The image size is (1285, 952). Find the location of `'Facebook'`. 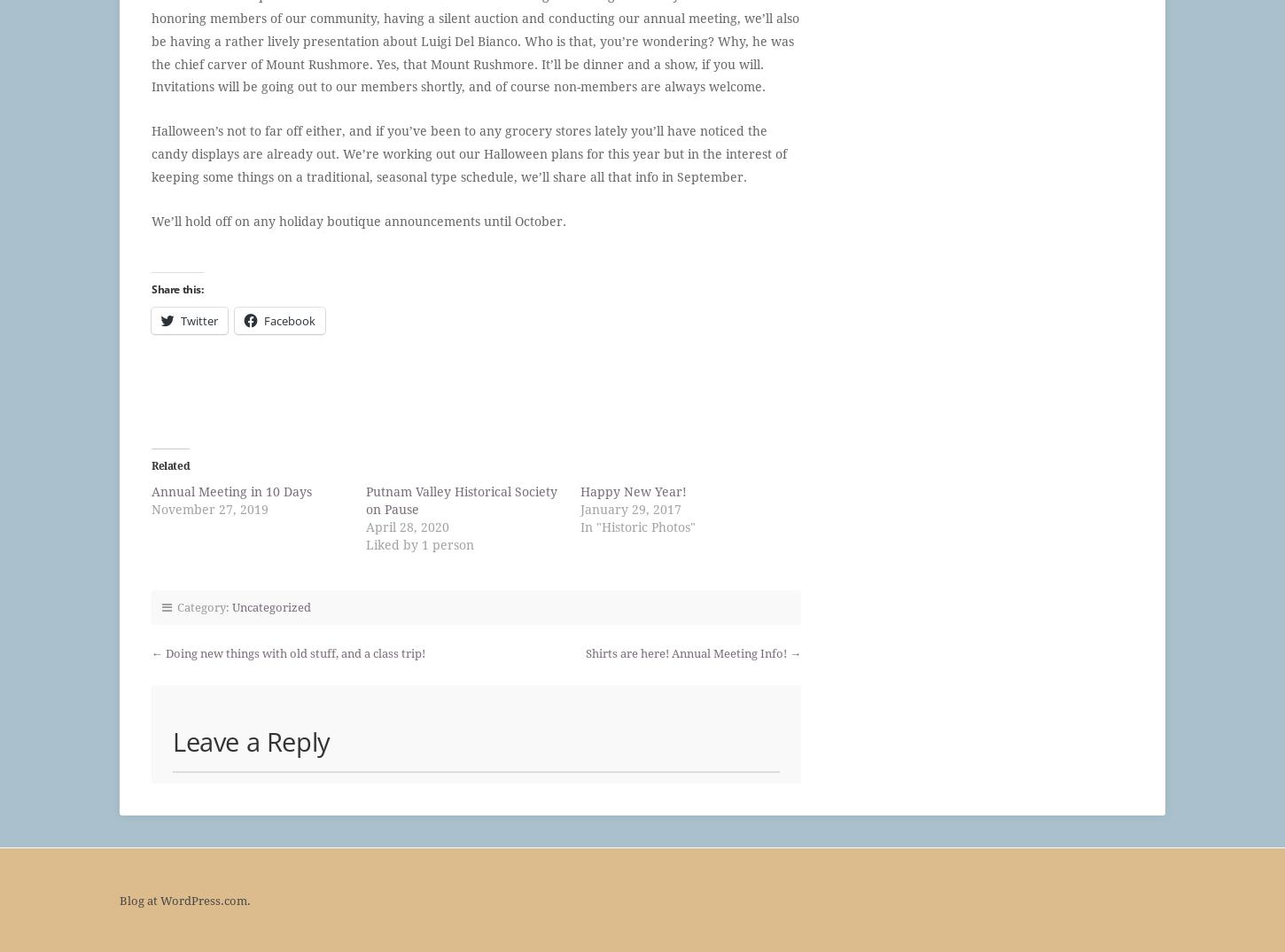

'Facebook' is located at coordinates (289, 318).